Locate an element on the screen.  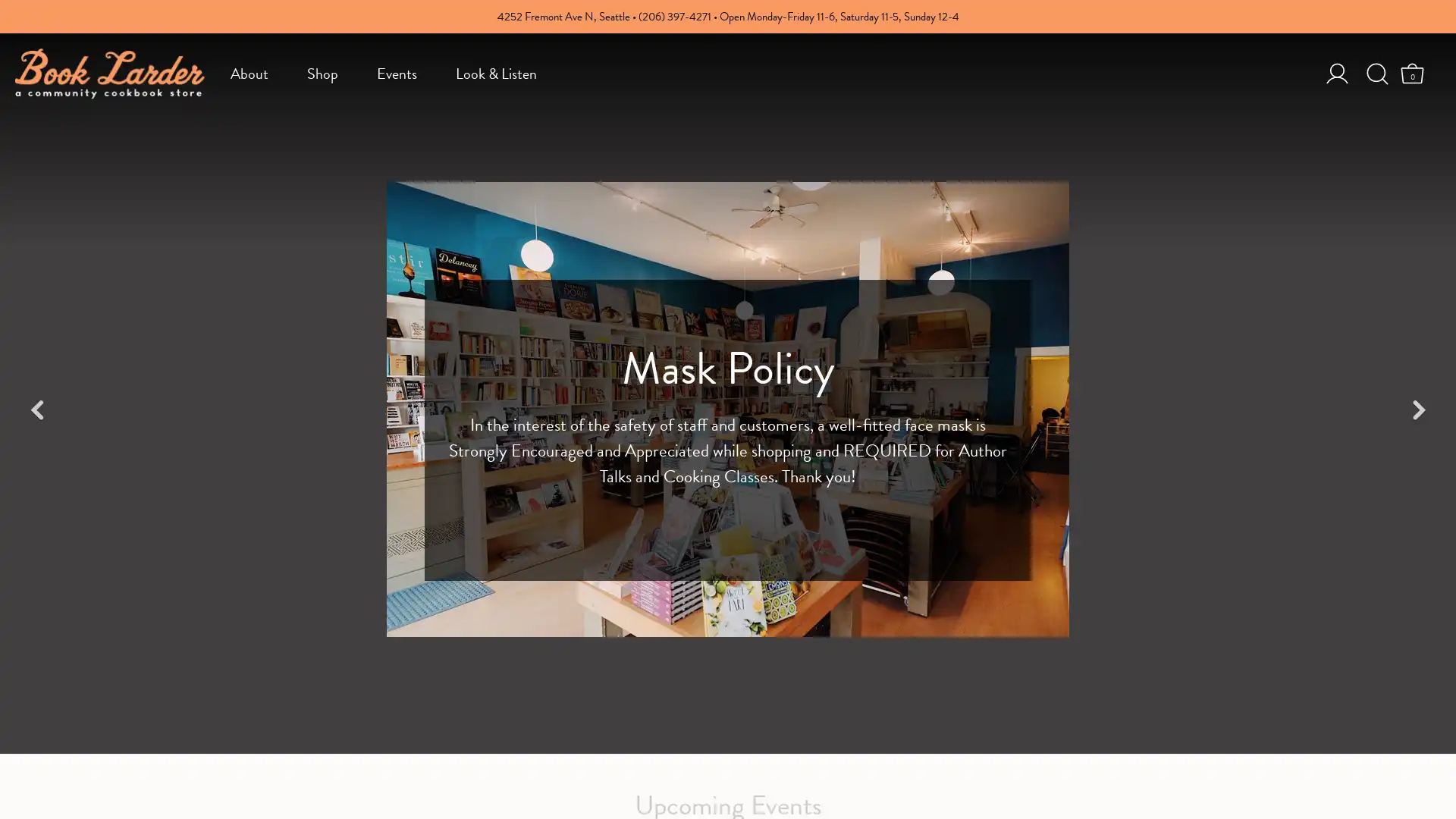
Next is located at coordinates (1417, 409).